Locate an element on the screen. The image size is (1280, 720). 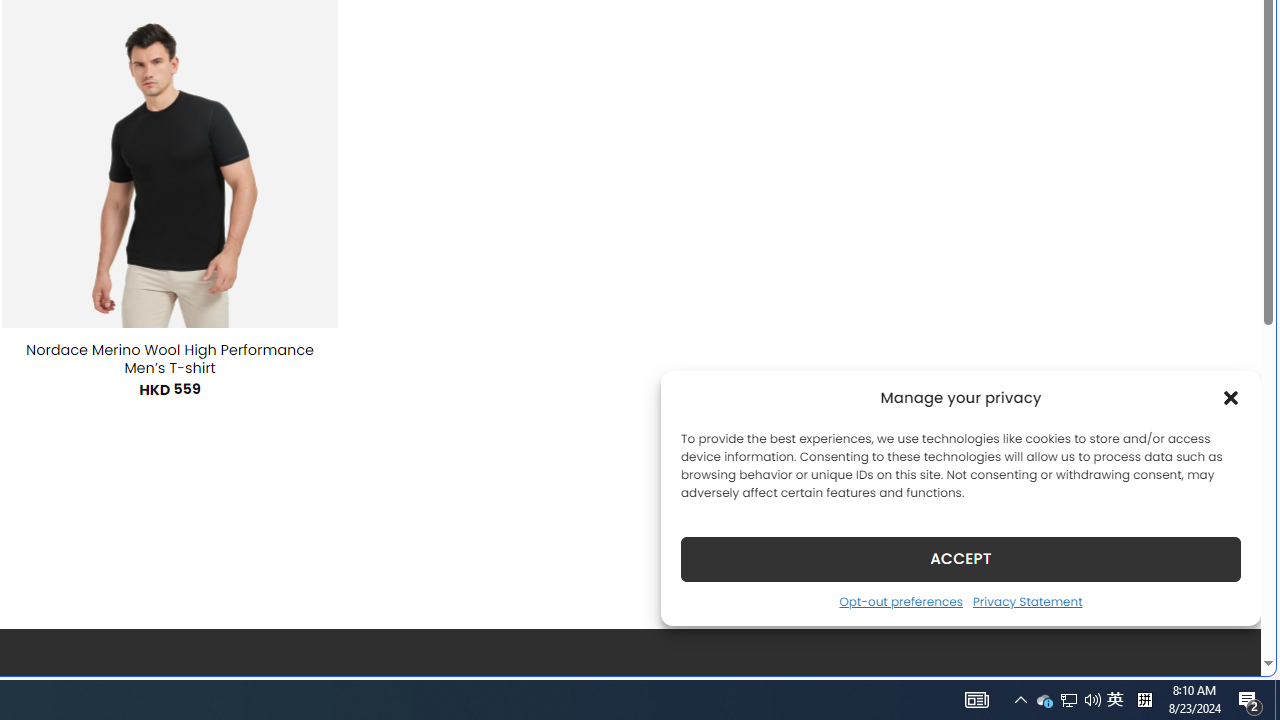
'ACCEPT' is located at coordinates (961, 558).